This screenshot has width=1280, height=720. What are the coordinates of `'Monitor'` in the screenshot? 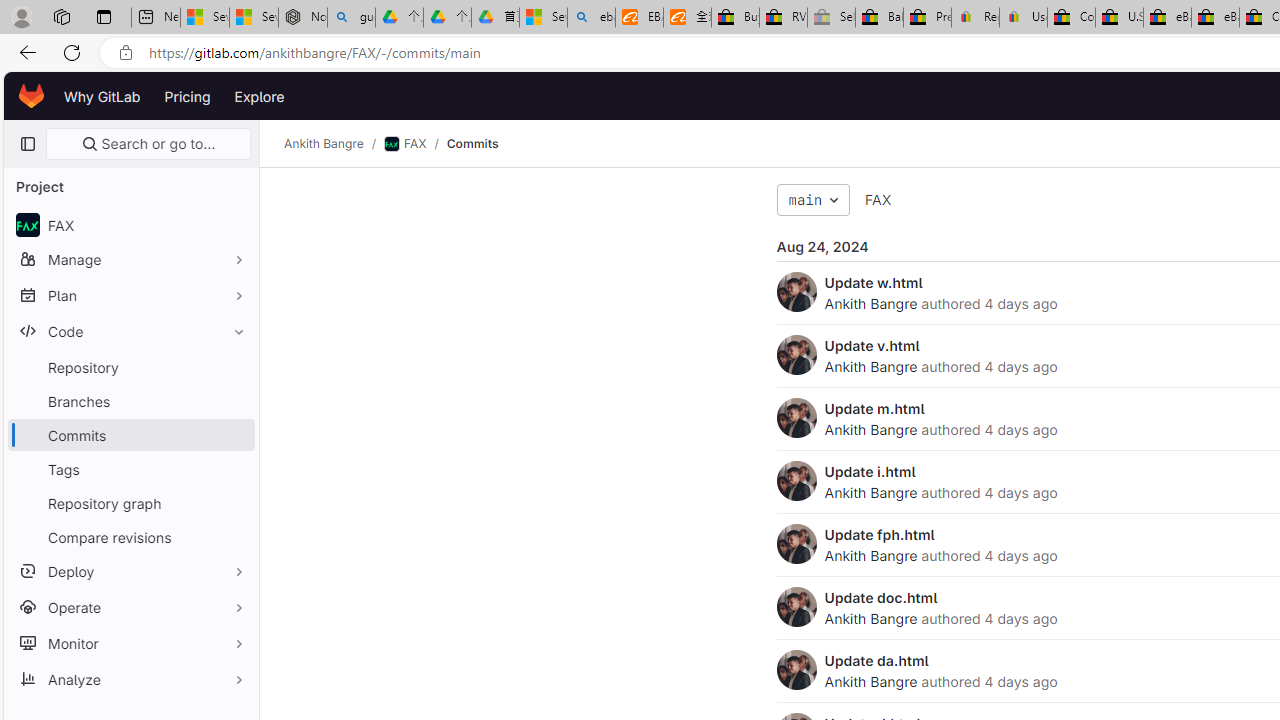 It's located at (130, 642).